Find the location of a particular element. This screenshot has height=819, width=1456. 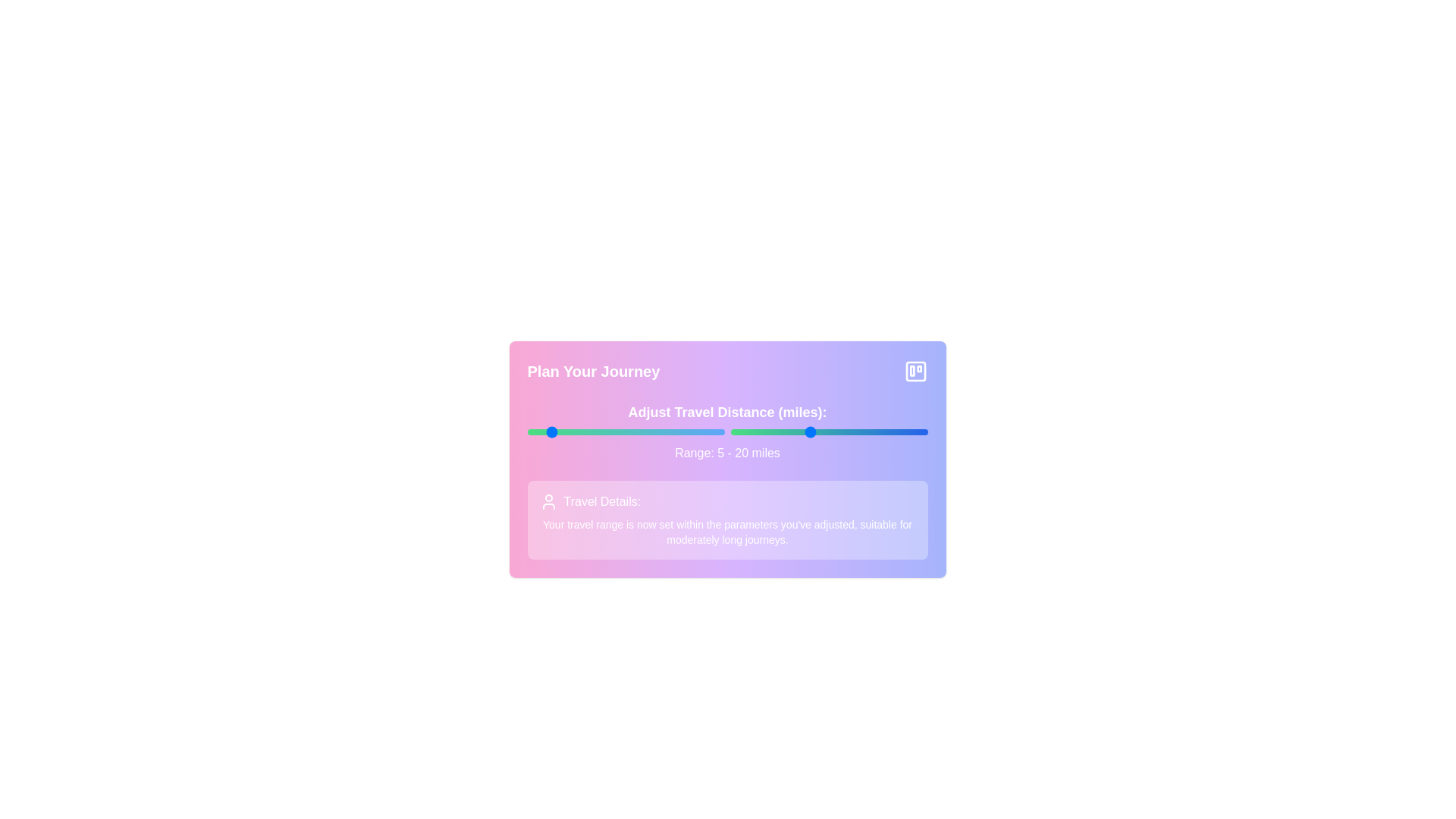

the travel distance is located at coordinates (876, 432).